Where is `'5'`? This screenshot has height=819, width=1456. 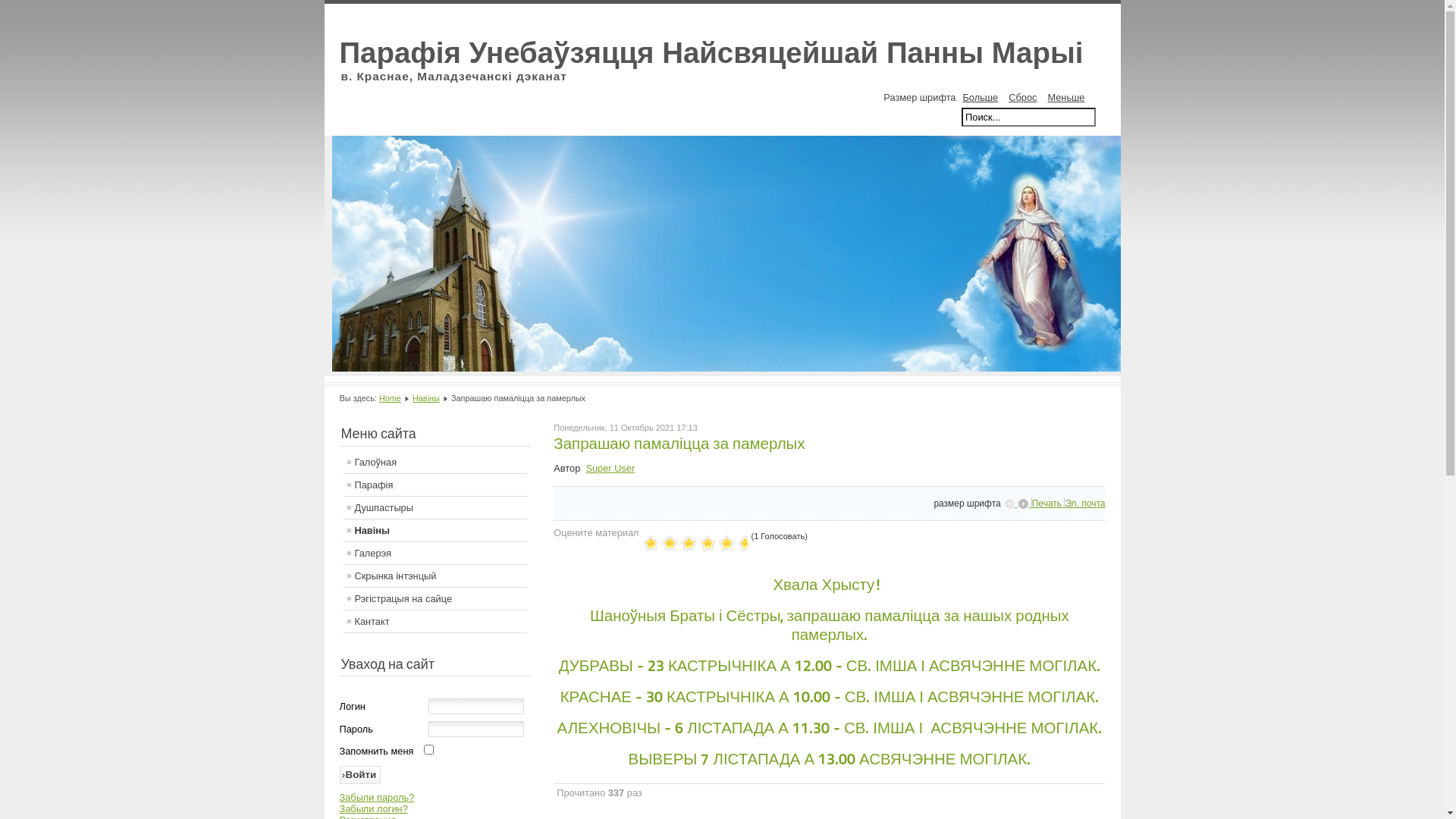 '5' is located at coordinates (694, 543).